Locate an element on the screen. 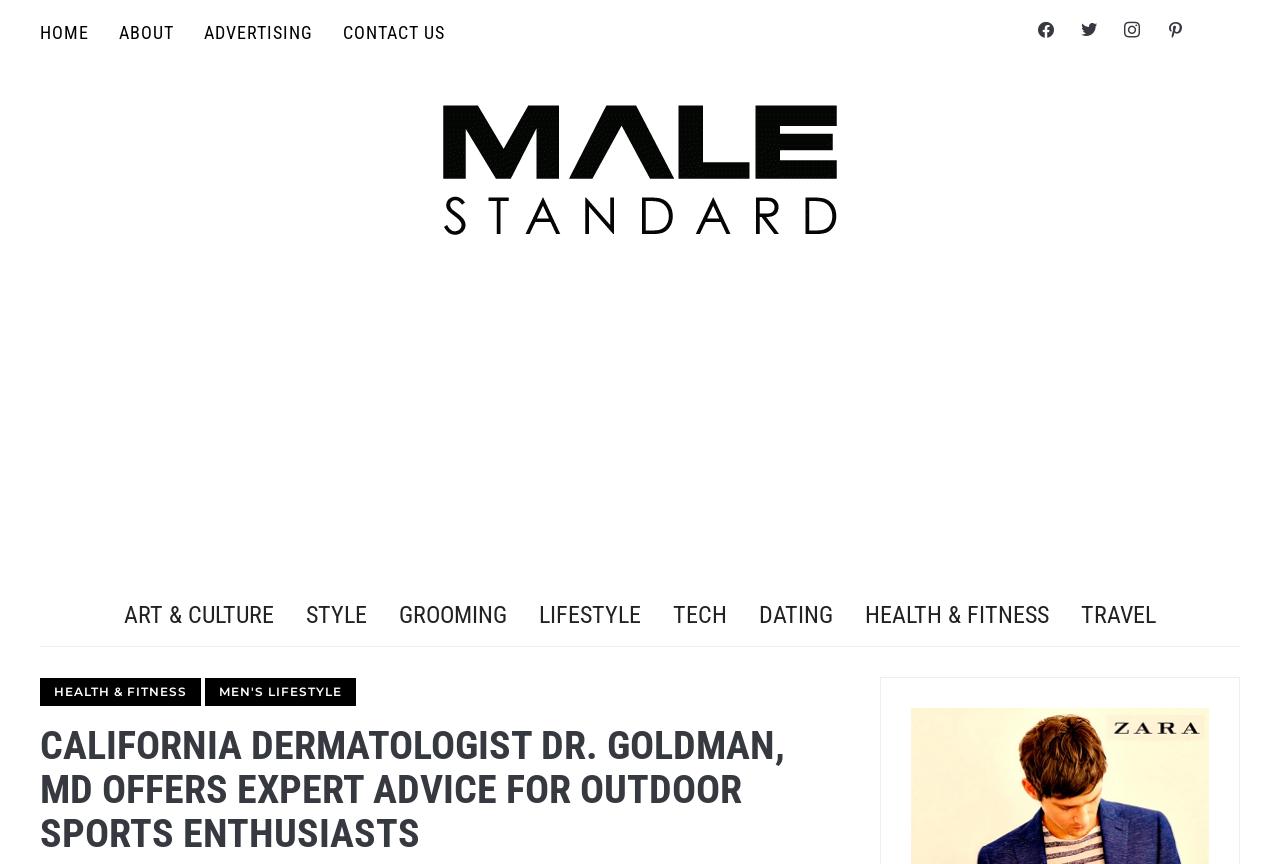 The image size is (1280, 864). 'Dating' is located at coordinates (795, 613).